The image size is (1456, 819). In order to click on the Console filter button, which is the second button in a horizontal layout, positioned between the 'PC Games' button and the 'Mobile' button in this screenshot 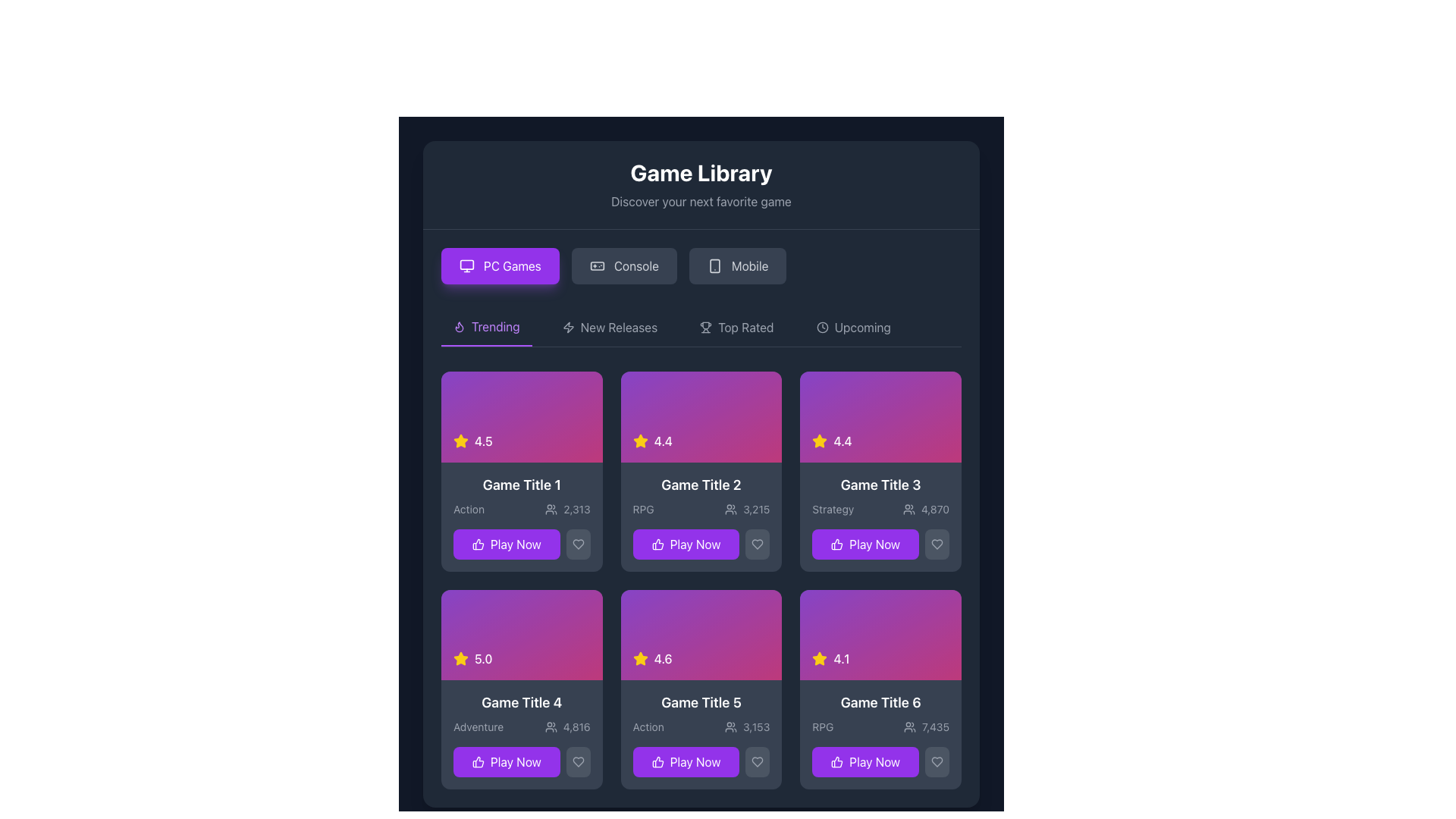, I will do `click(624, 265)`.